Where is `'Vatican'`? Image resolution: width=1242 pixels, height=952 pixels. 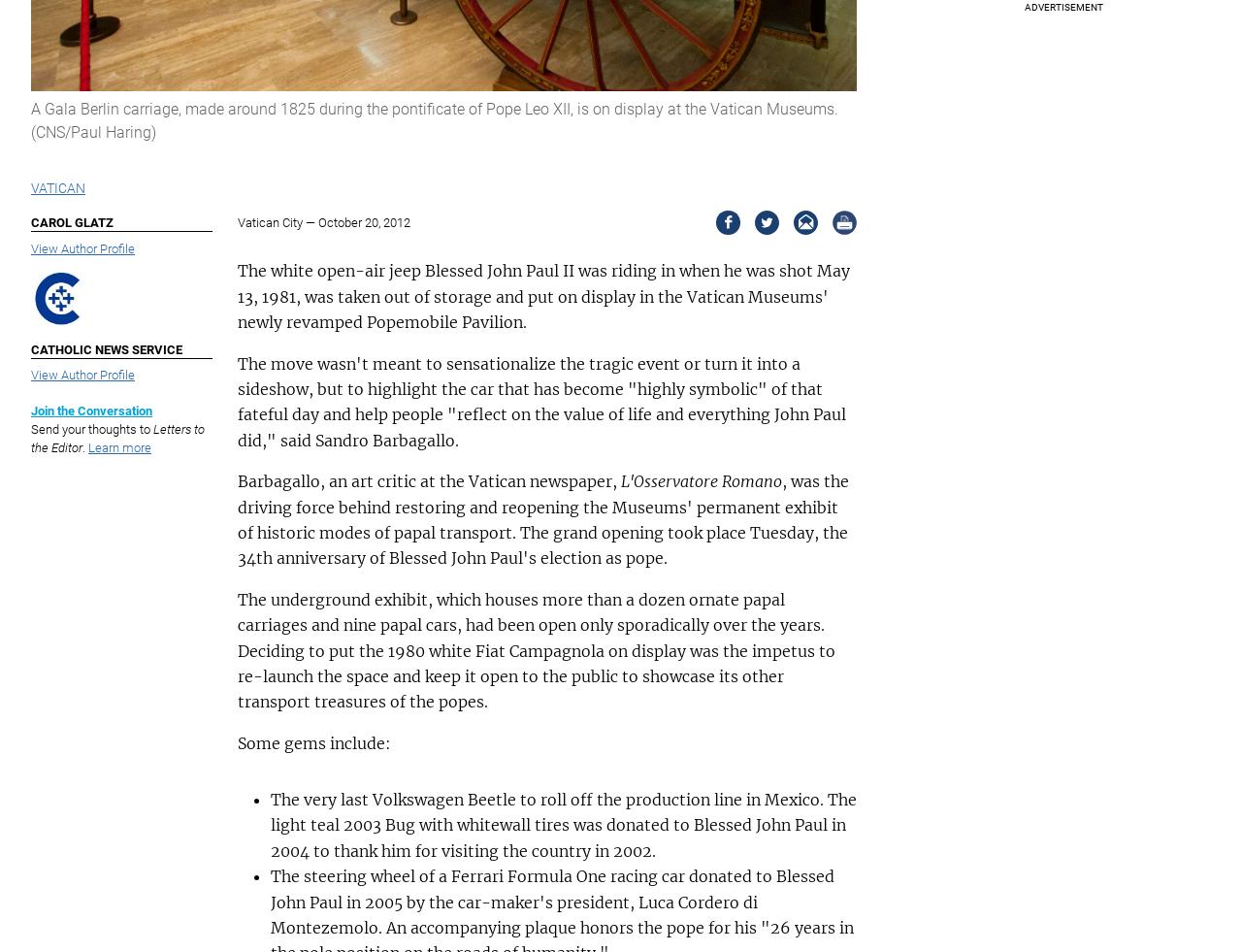
'Vatican' is located at coordinates (31, 187).